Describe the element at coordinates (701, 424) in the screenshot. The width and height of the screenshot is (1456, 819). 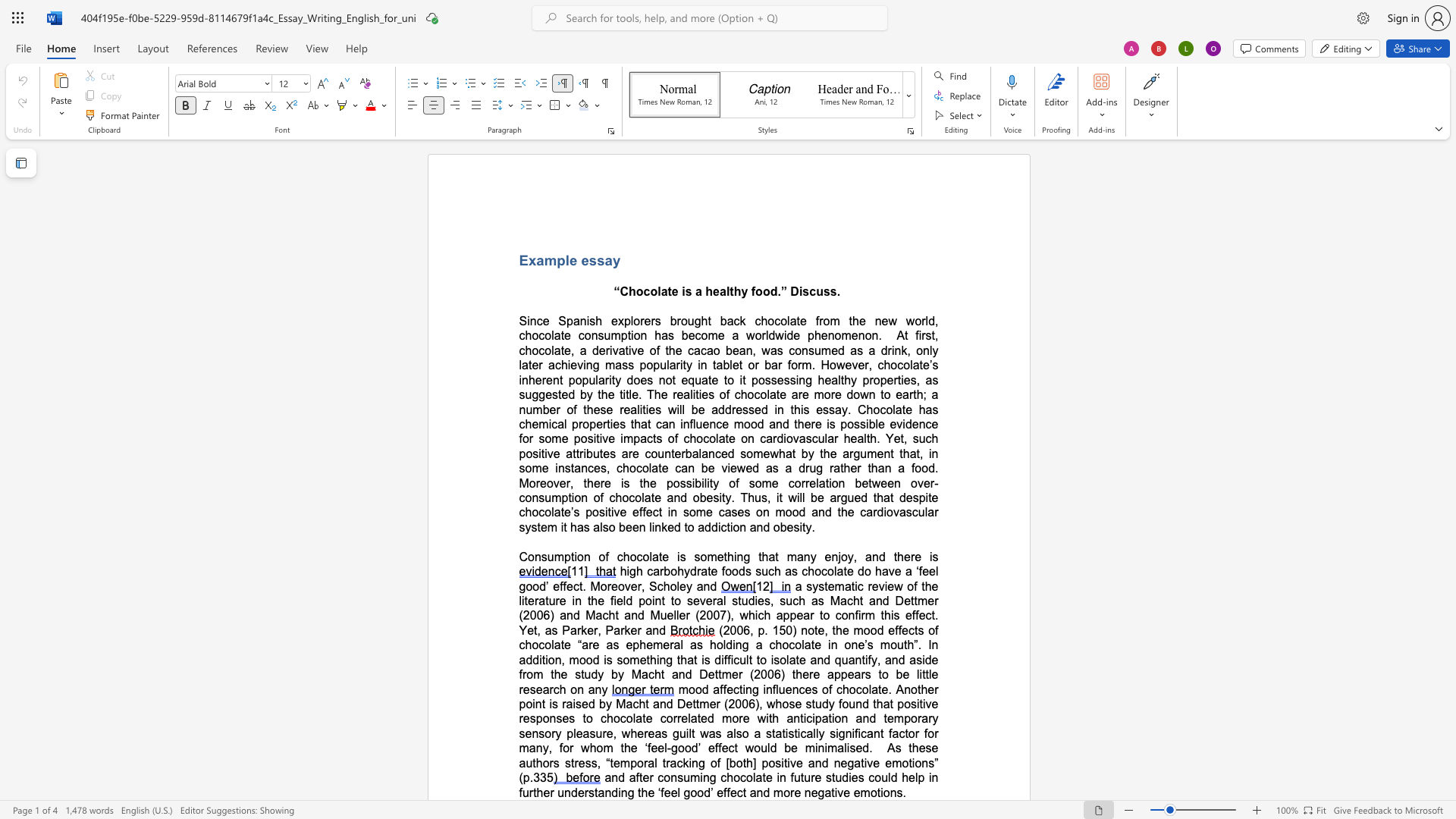
I see `the space between the continuous character "u" and "e" in the text` at that location.